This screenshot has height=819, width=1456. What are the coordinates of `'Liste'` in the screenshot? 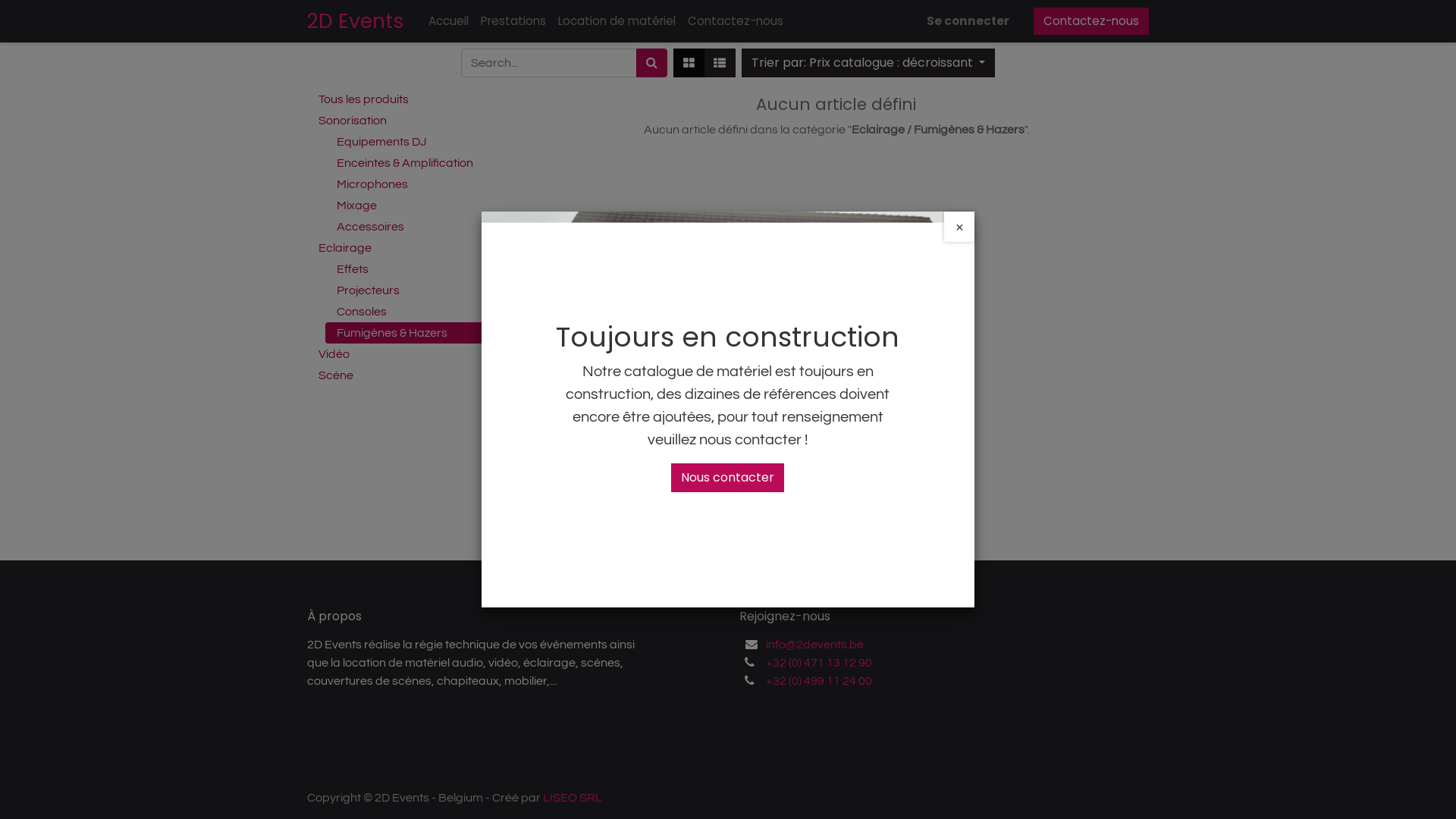 It's located at (719, 62).